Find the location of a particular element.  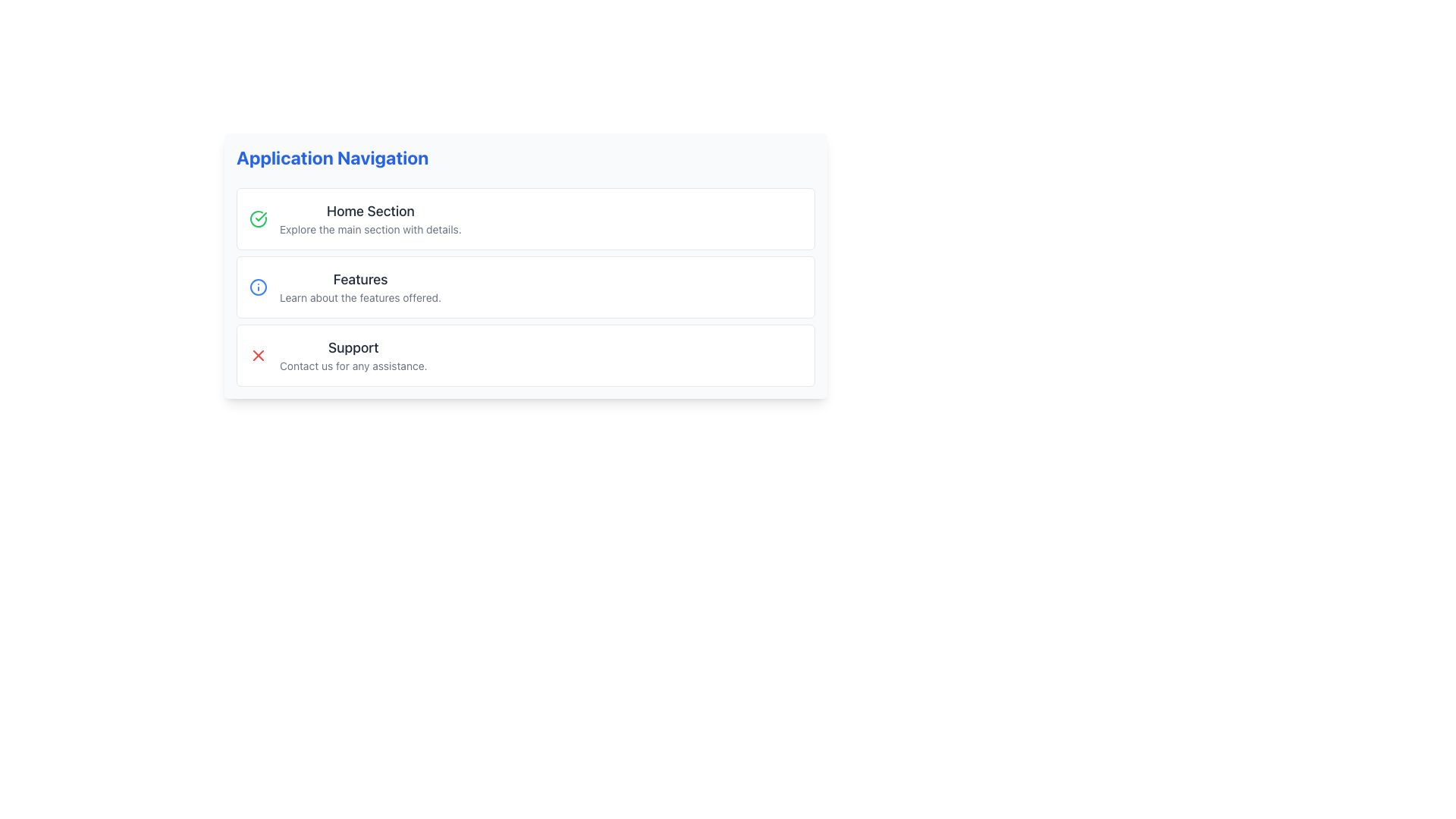

the 'Features' hyperlink that redirects to 'section2' is located at coordinates (359, 279).